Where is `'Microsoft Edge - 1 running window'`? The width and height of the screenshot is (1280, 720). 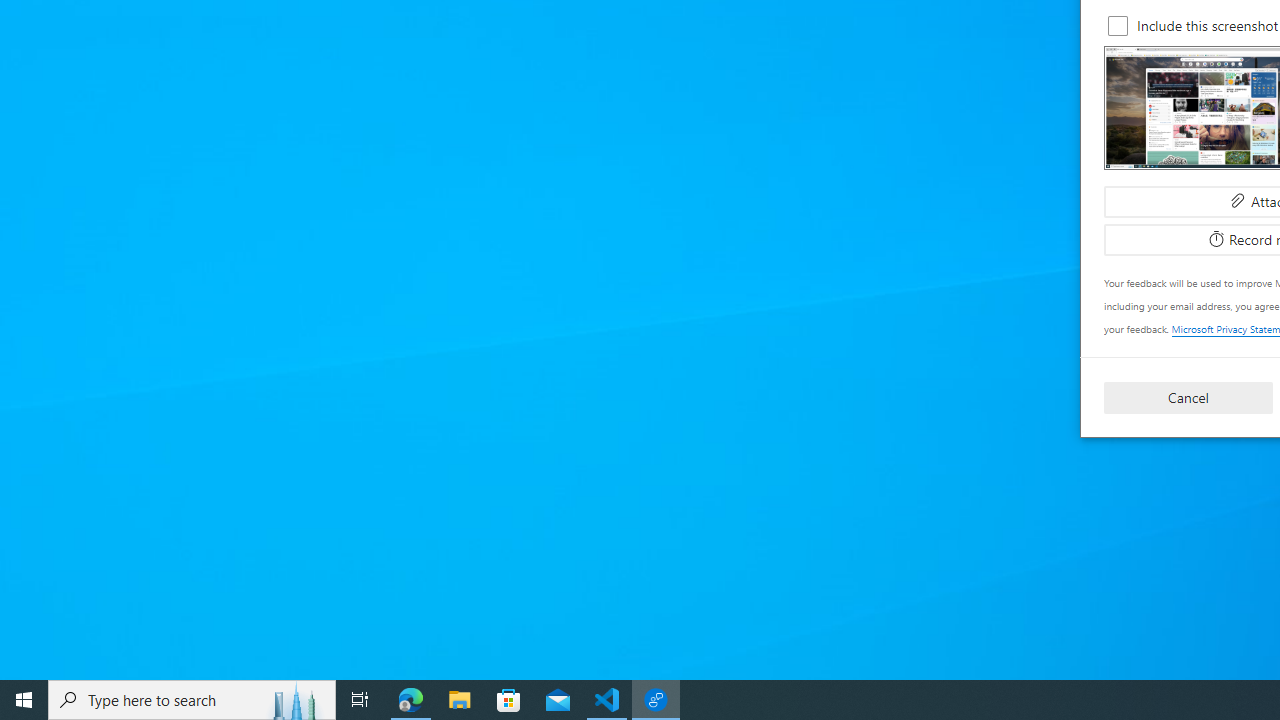 'Microsoft Edge - 1 running window' is located at coordinates (410, 698).